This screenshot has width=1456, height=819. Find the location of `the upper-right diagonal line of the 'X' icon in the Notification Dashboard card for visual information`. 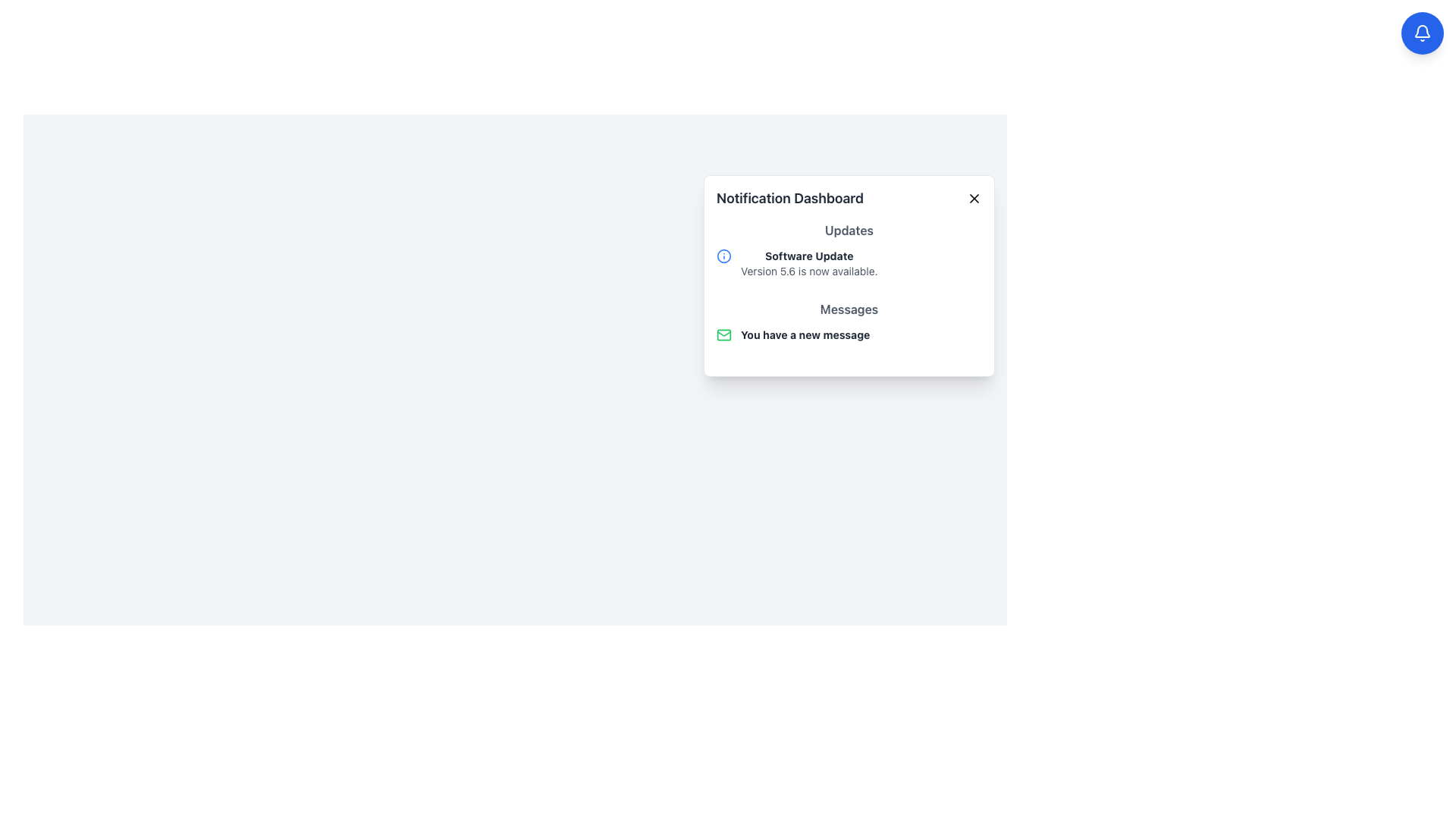

the upper-right diagonal line of the 'X' icon in the Notification Dashboard card for visual information is located at coordinates (974, 198).